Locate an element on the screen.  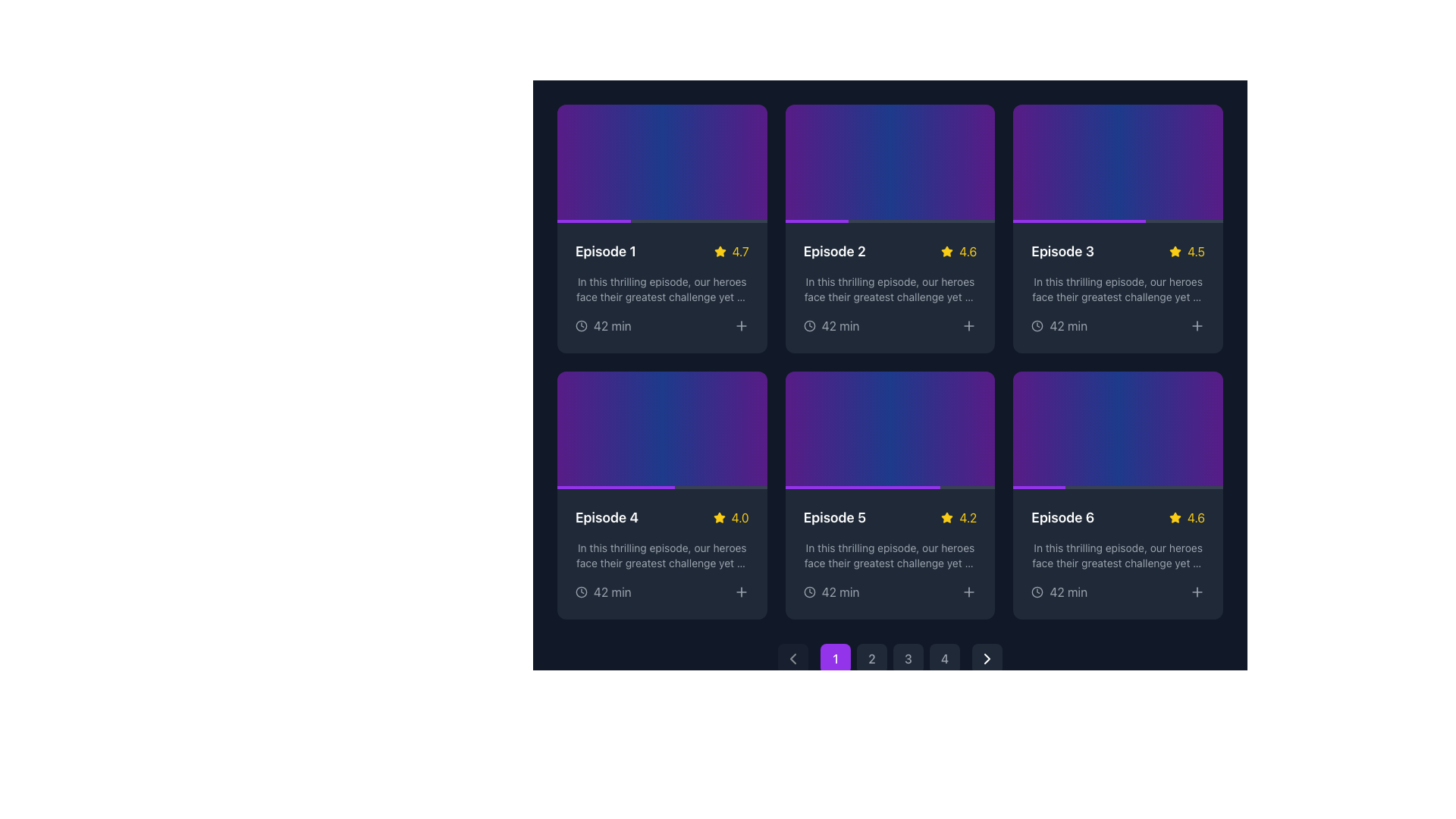
the star-shaped icon with a yellow fill and black outline located in the top-right corner of the 'Episode 1' card, which is aligned with the numerical rating (4.7) to its right is located at coordinates (719, 250).